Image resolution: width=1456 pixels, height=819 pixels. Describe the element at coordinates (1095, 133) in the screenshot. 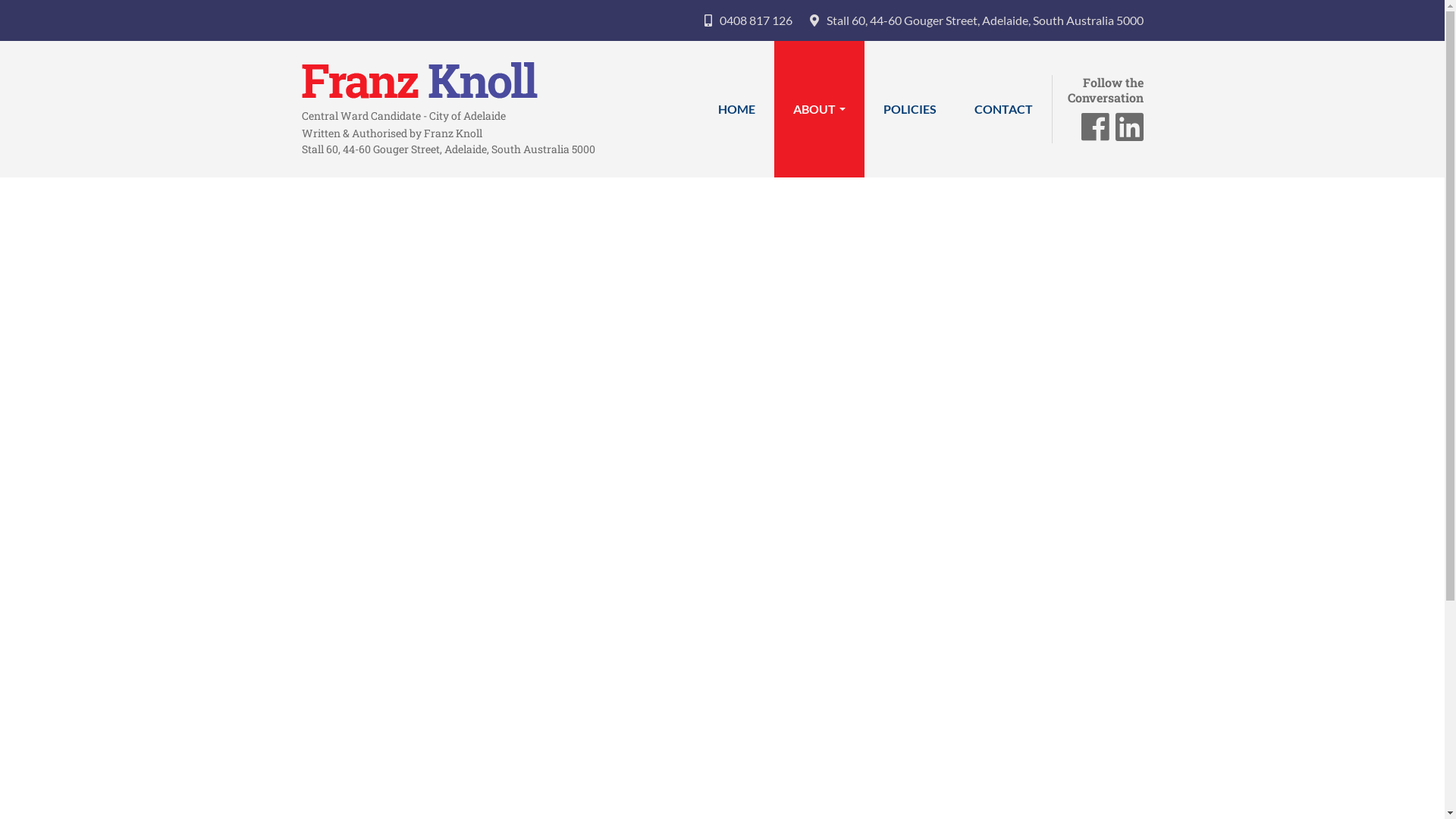

I see `'Follow Franz on Facebook	'` at that location.